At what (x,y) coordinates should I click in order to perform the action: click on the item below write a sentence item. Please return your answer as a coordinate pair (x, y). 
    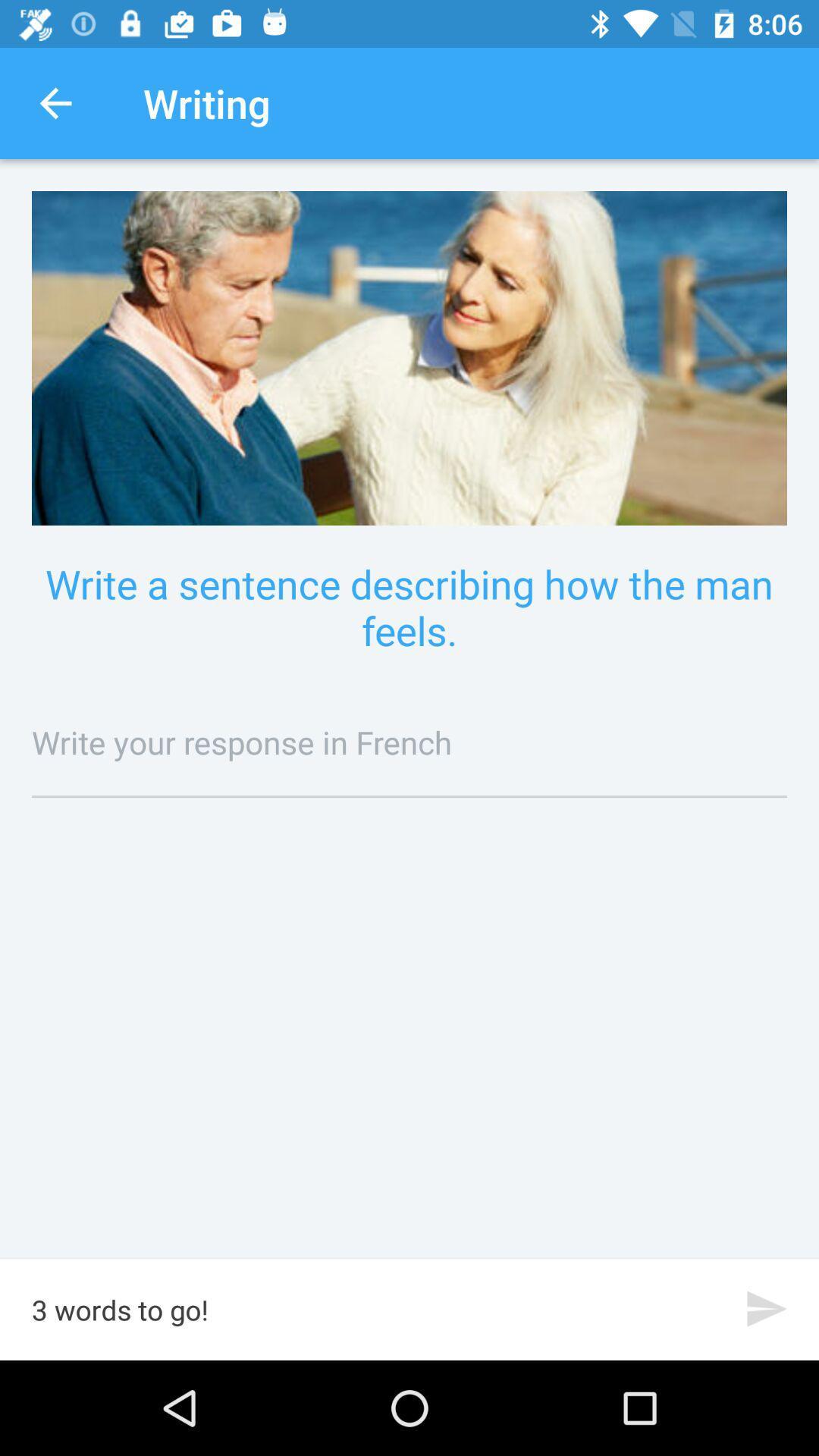
    Looking at the image, I should click on (409, 742).